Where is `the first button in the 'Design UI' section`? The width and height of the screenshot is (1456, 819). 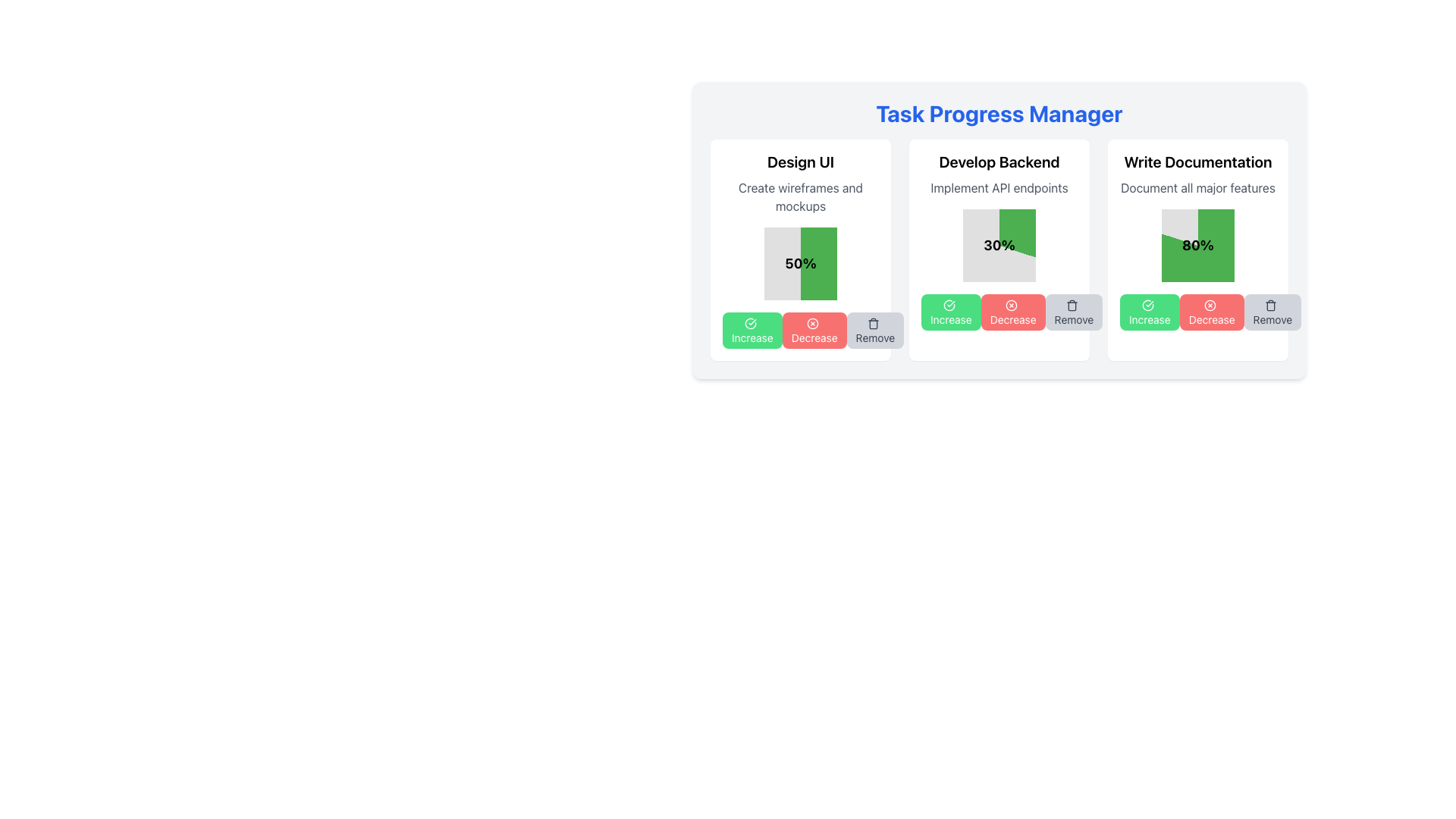
the first button in the 'Design UI' section is located at coordinates (752, 329).